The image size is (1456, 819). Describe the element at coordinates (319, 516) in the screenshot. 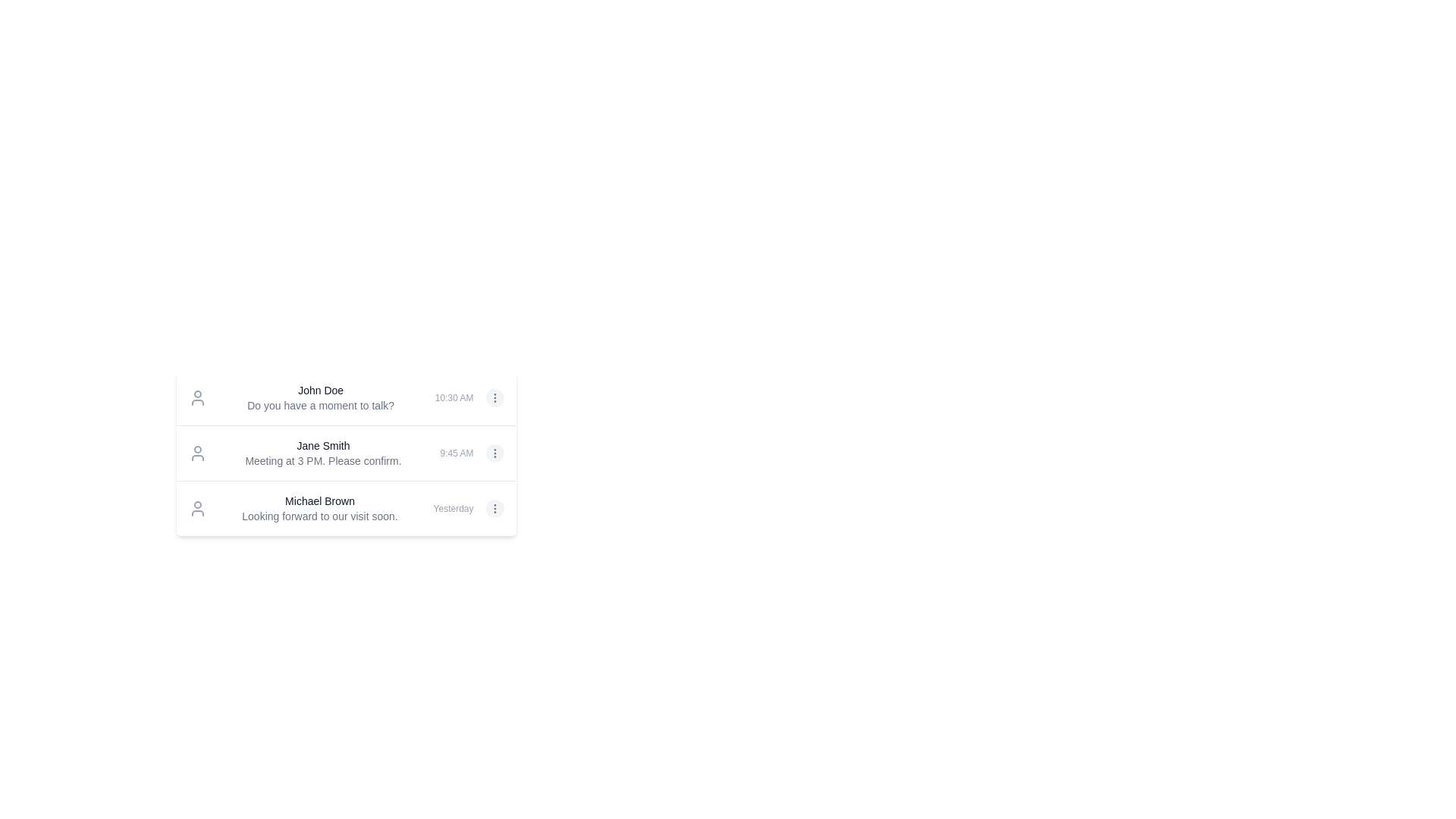

I see `text content of the text display field that shows 'Looking forward to our visit soon.' positioned below the name 'Michael Brown' in the user list` at that location.